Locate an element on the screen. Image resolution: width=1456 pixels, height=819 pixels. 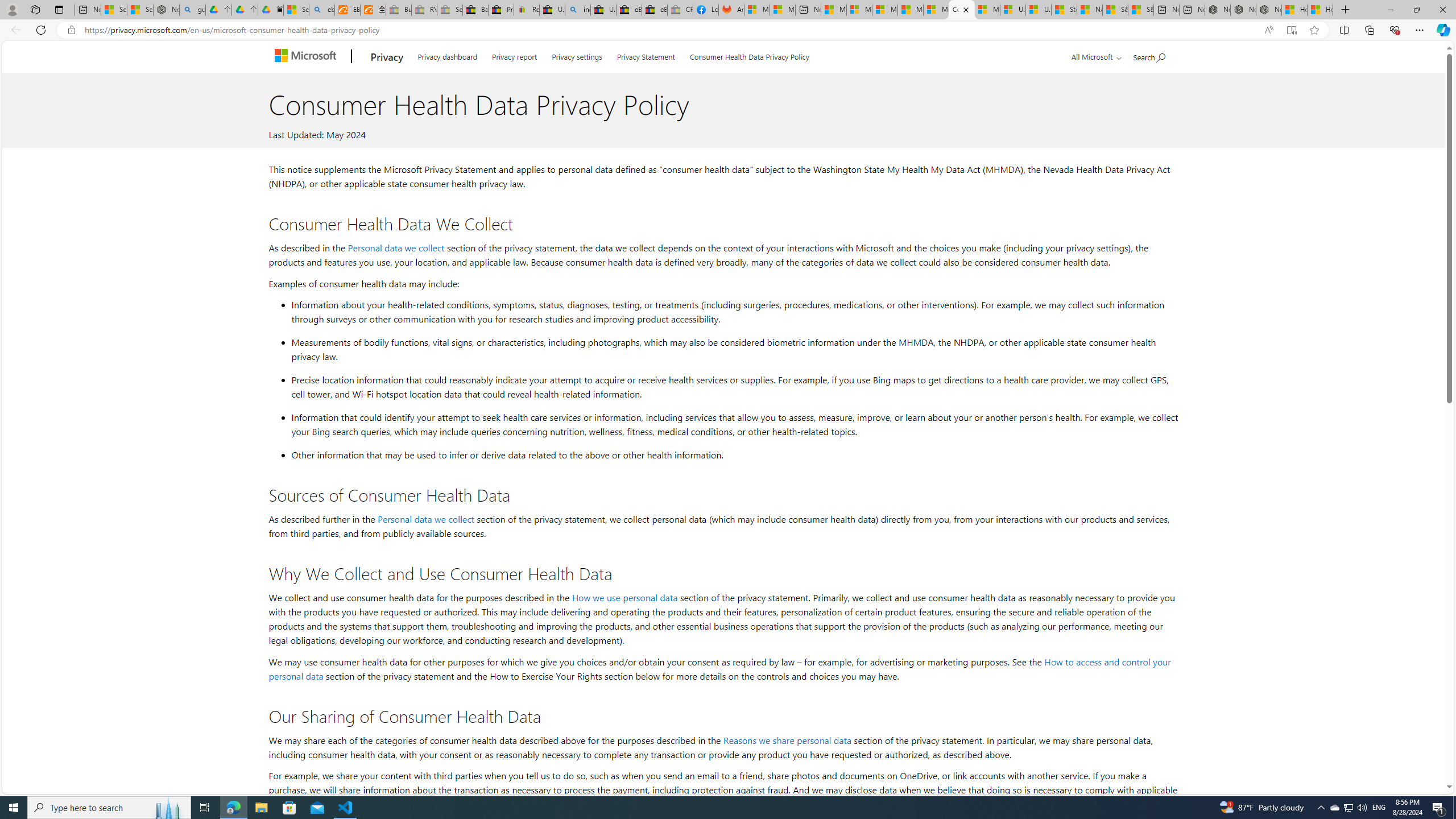
'Search Microsoft.com' is located at coordinates (1149, 55).